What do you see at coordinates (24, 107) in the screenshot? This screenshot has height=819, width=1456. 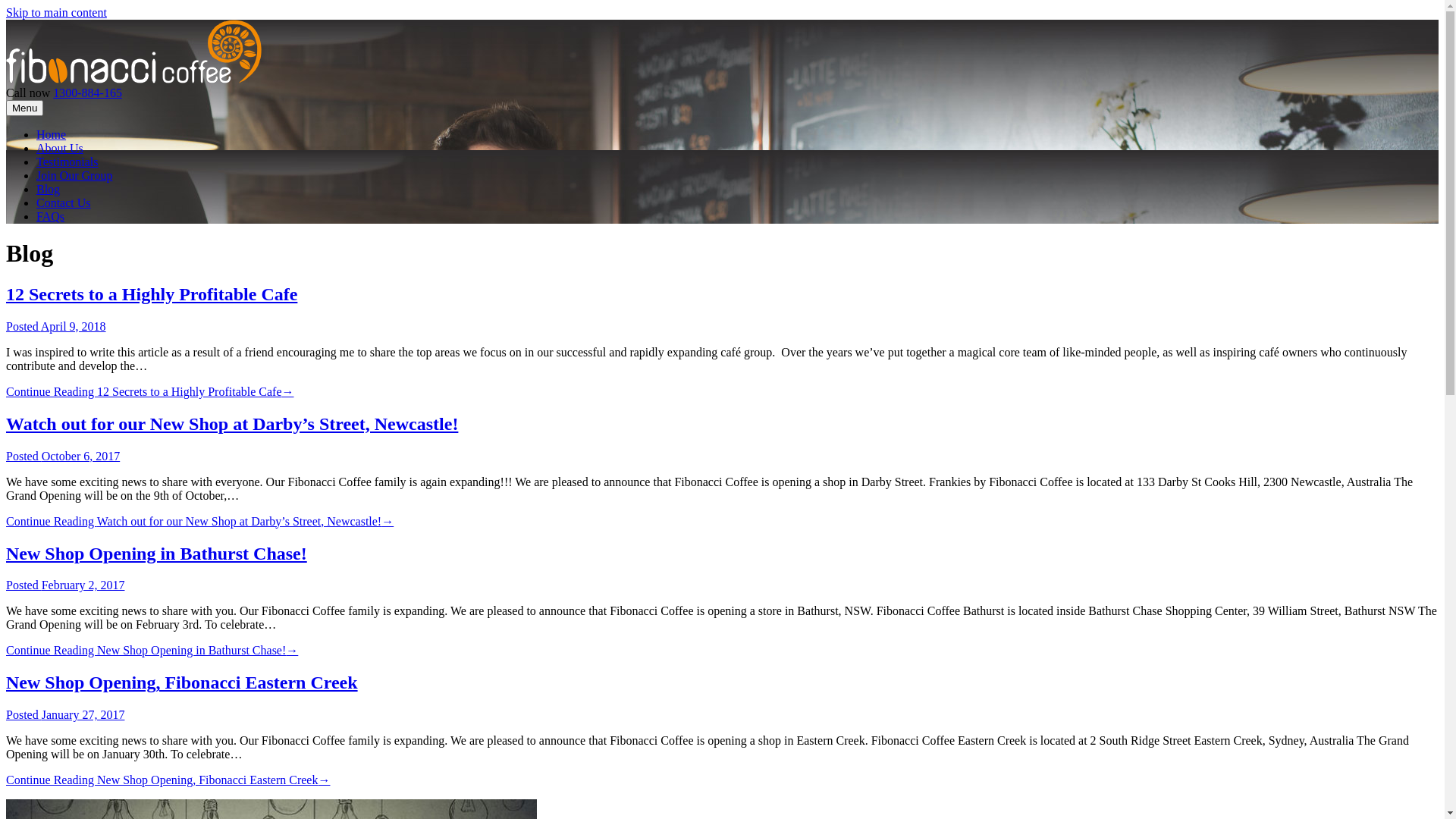 I see `'Menu'` at bounding box center [24, 107].